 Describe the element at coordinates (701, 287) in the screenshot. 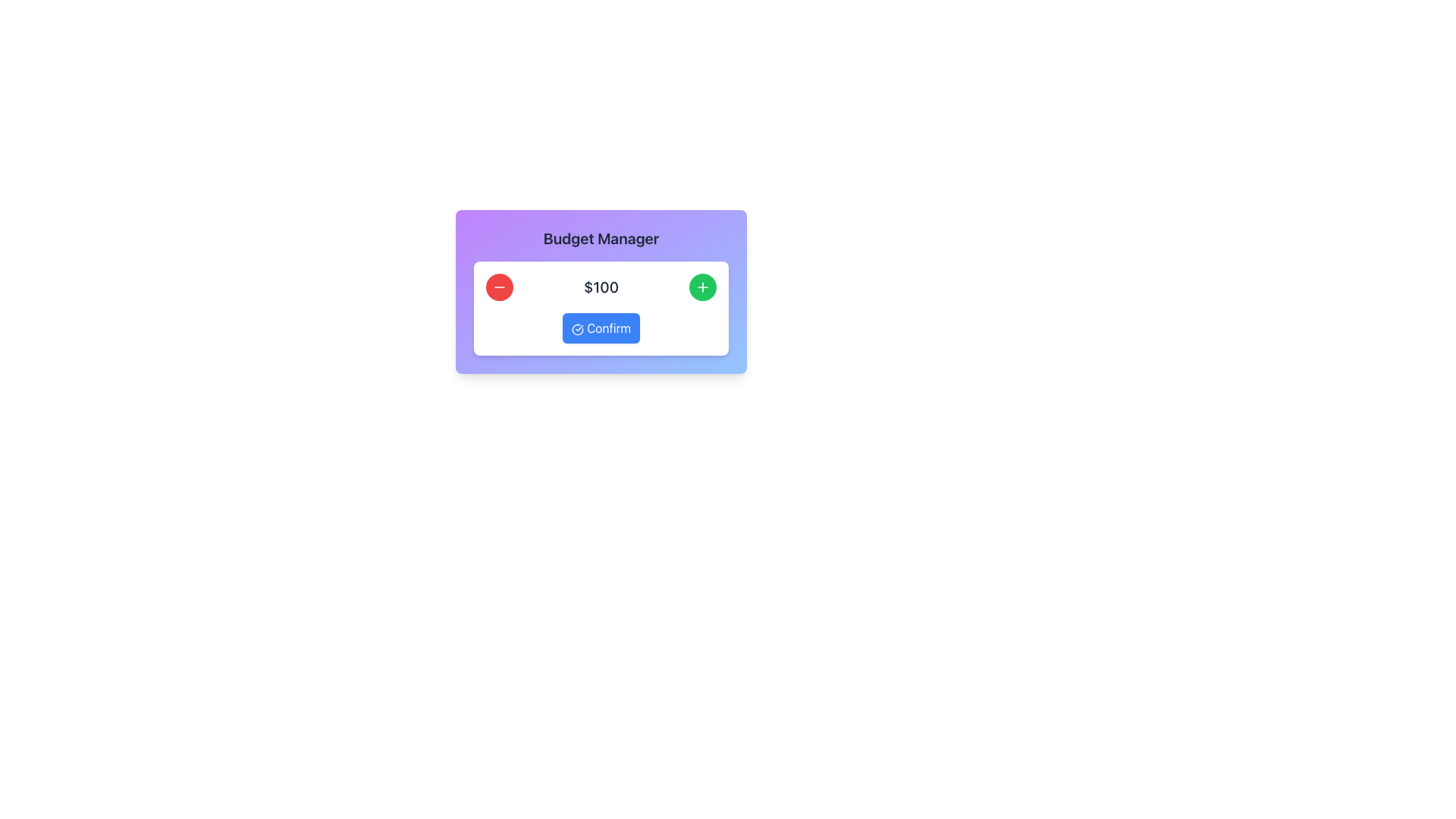

I see `the green circular button with a white plus icon located in the top-right corner of the Budget Manager modal` at that location.